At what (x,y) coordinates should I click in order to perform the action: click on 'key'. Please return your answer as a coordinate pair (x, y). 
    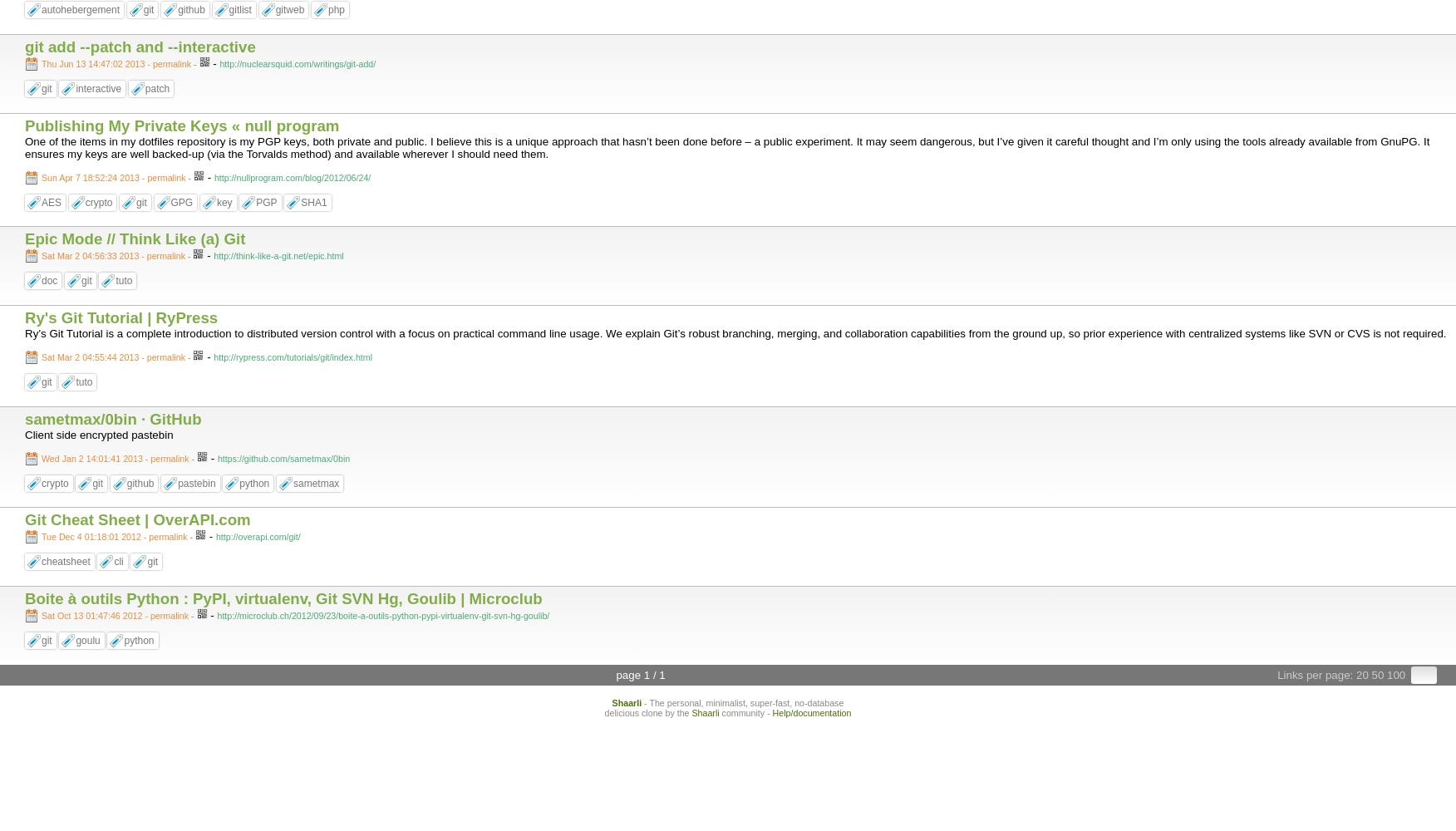
    Looking at the image, I should click on (223, 201).